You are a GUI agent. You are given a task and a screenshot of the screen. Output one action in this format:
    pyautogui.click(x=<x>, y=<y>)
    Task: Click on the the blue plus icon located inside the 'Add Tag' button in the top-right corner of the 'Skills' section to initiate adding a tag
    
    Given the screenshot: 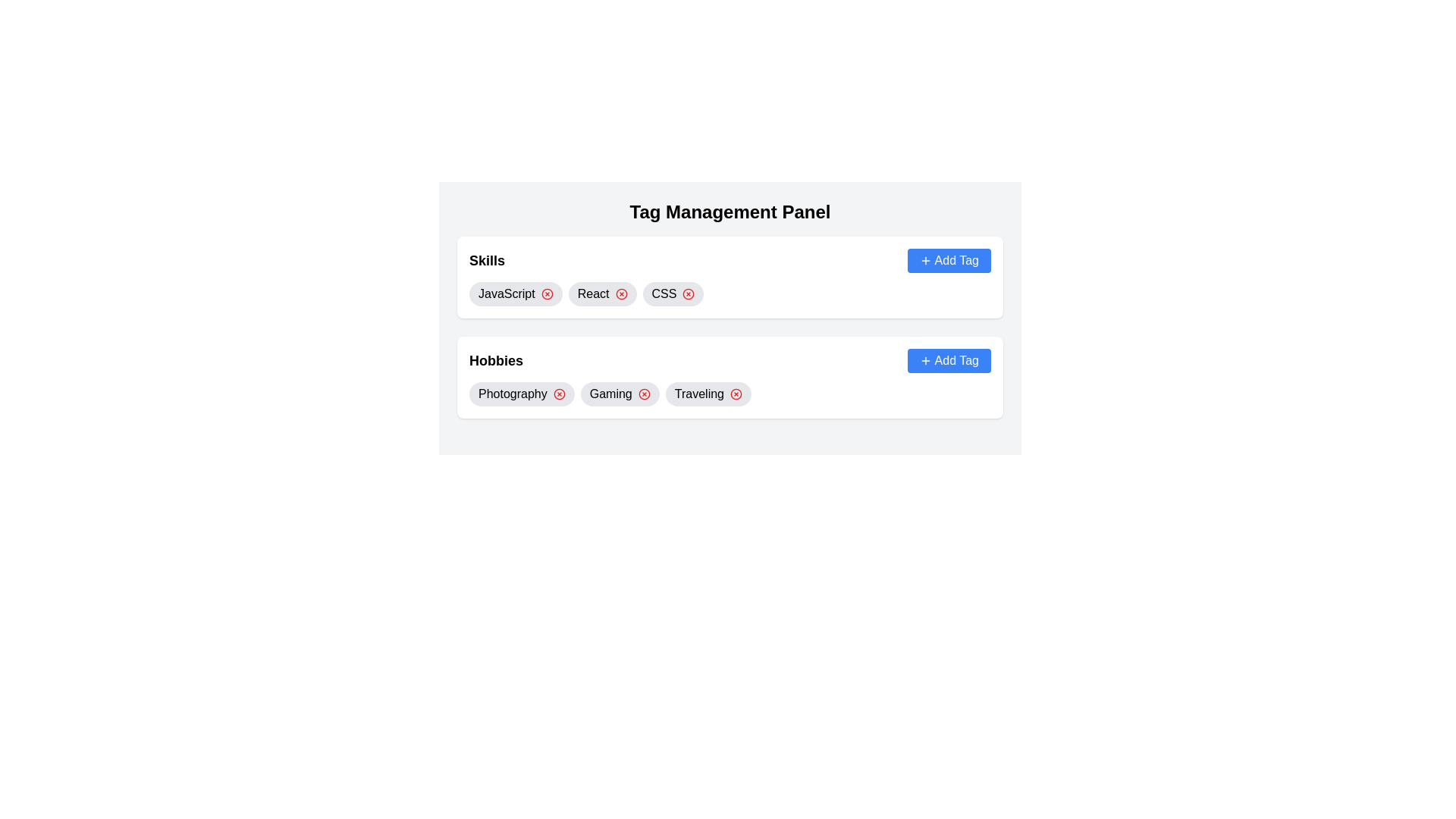 What is the action you would take?
    pyautogui.click(x=924, y=259)
    